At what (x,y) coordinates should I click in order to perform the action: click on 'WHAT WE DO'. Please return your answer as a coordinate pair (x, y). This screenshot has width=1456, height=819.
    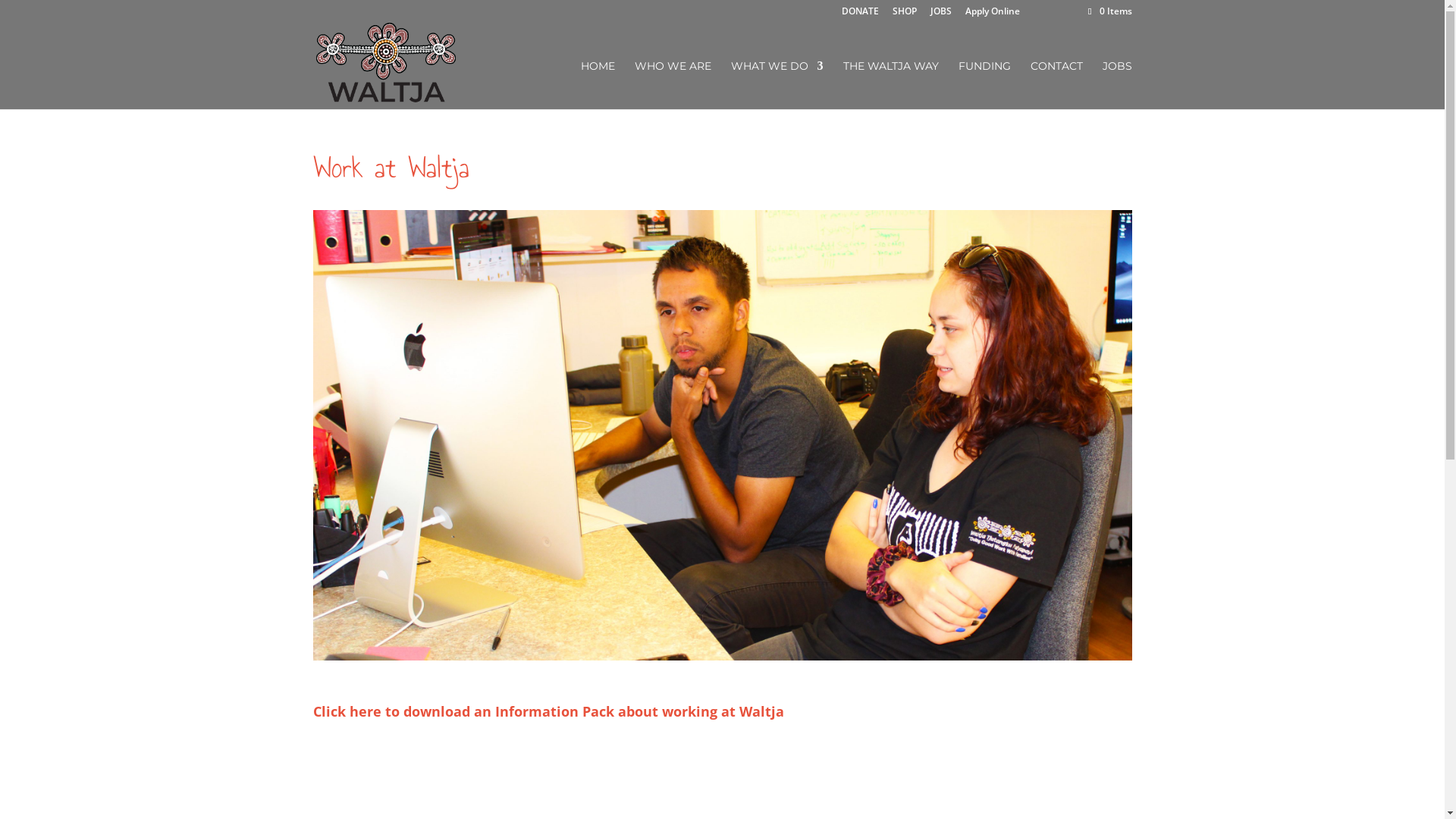
    Looking at the image, I should click on (777, 84).